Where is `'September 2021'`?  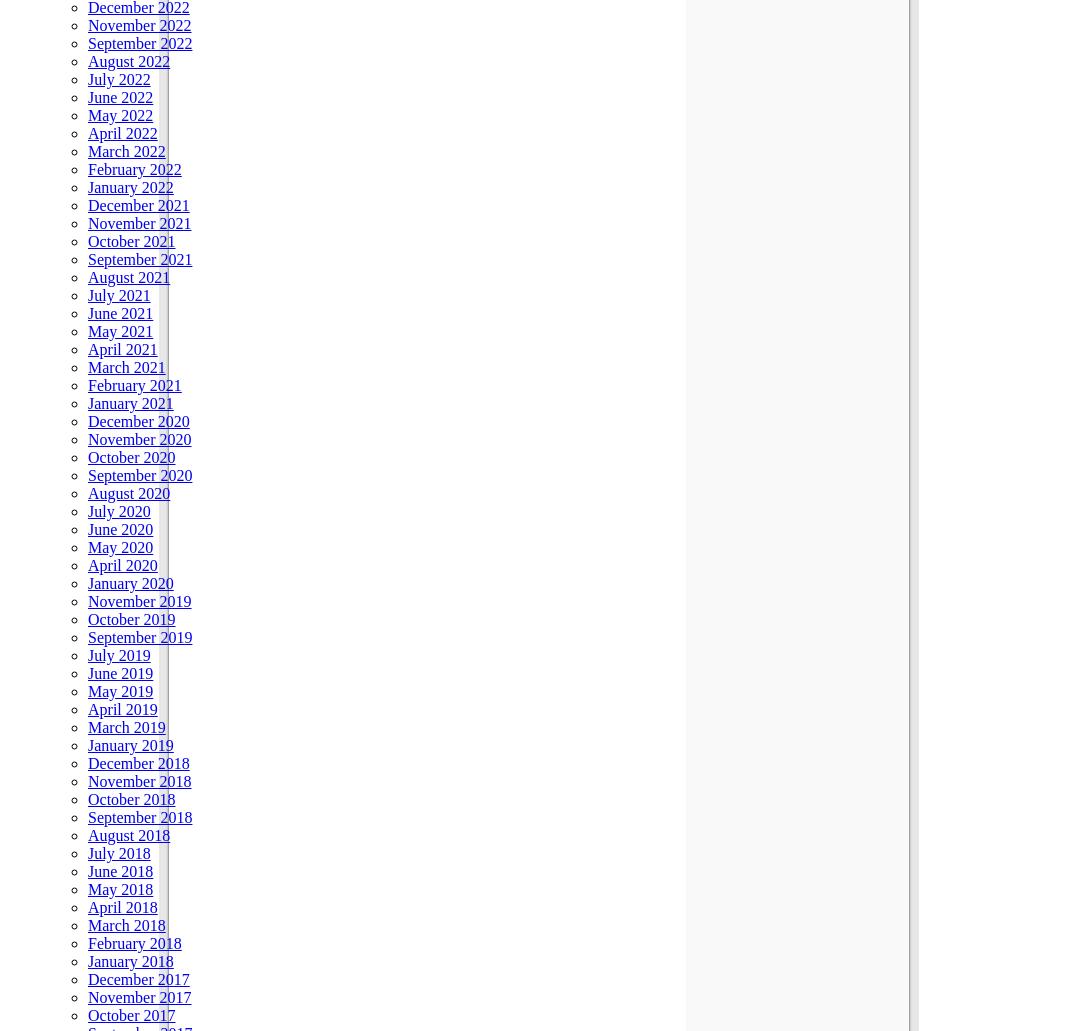
'September 2021' is located at coordinates (140, 258).